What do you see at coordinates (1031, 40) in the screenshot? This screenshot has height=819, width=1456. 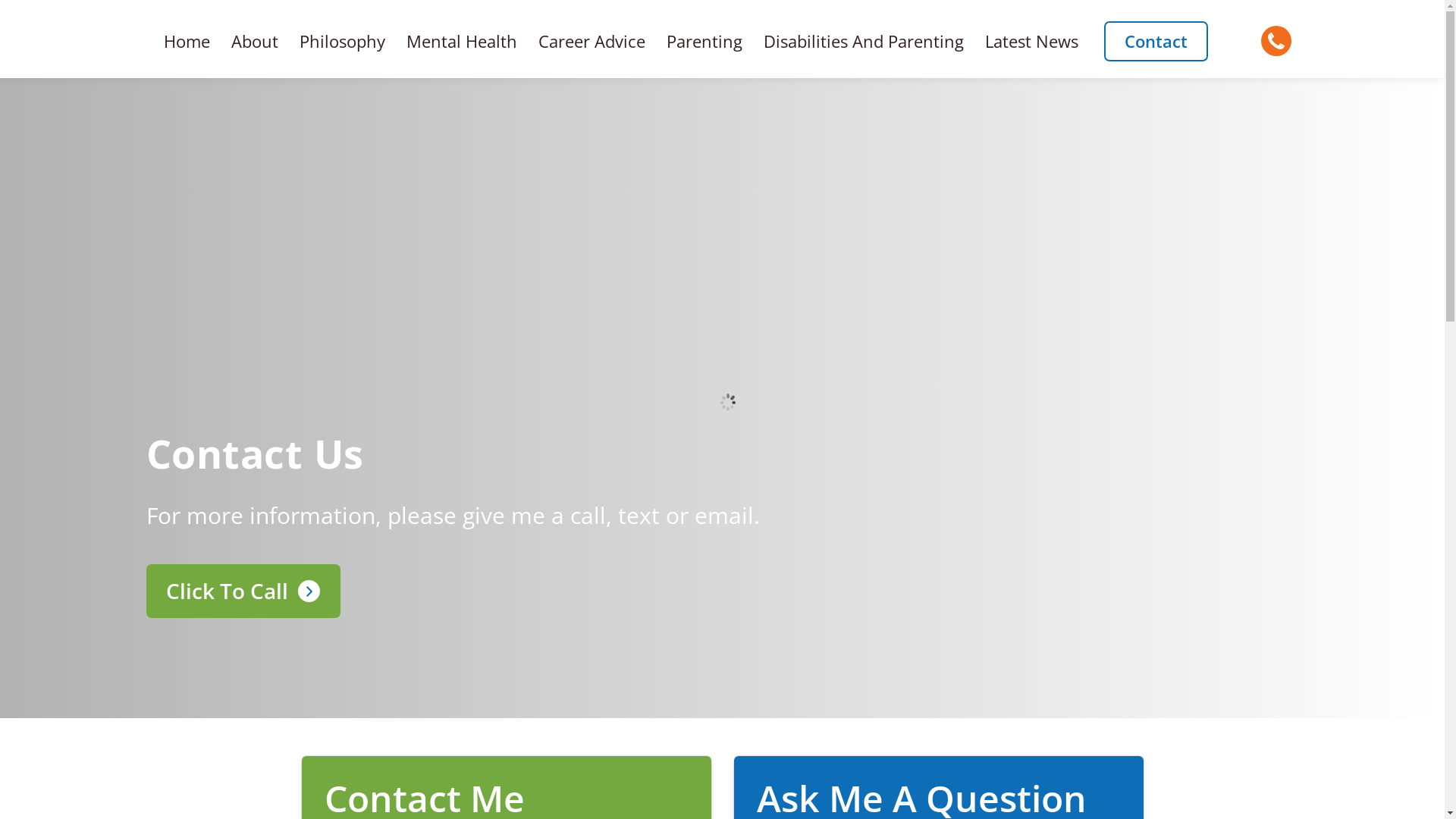 I see `'Latest News'` at bounding box center [1031, 40].